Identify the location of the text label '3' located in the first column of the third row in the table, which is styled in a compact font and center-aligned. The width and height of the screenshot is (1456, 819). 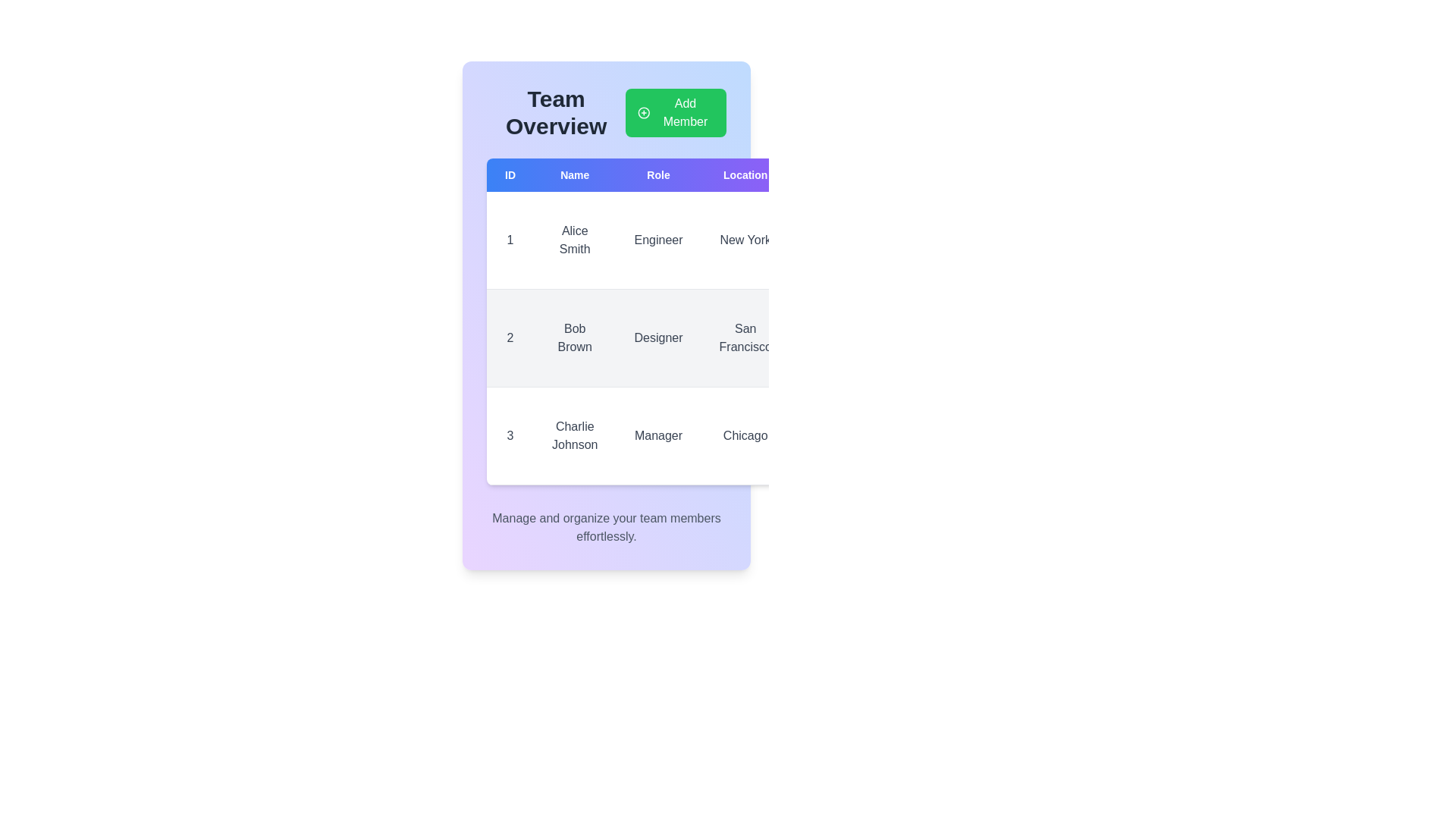
(510, 435).